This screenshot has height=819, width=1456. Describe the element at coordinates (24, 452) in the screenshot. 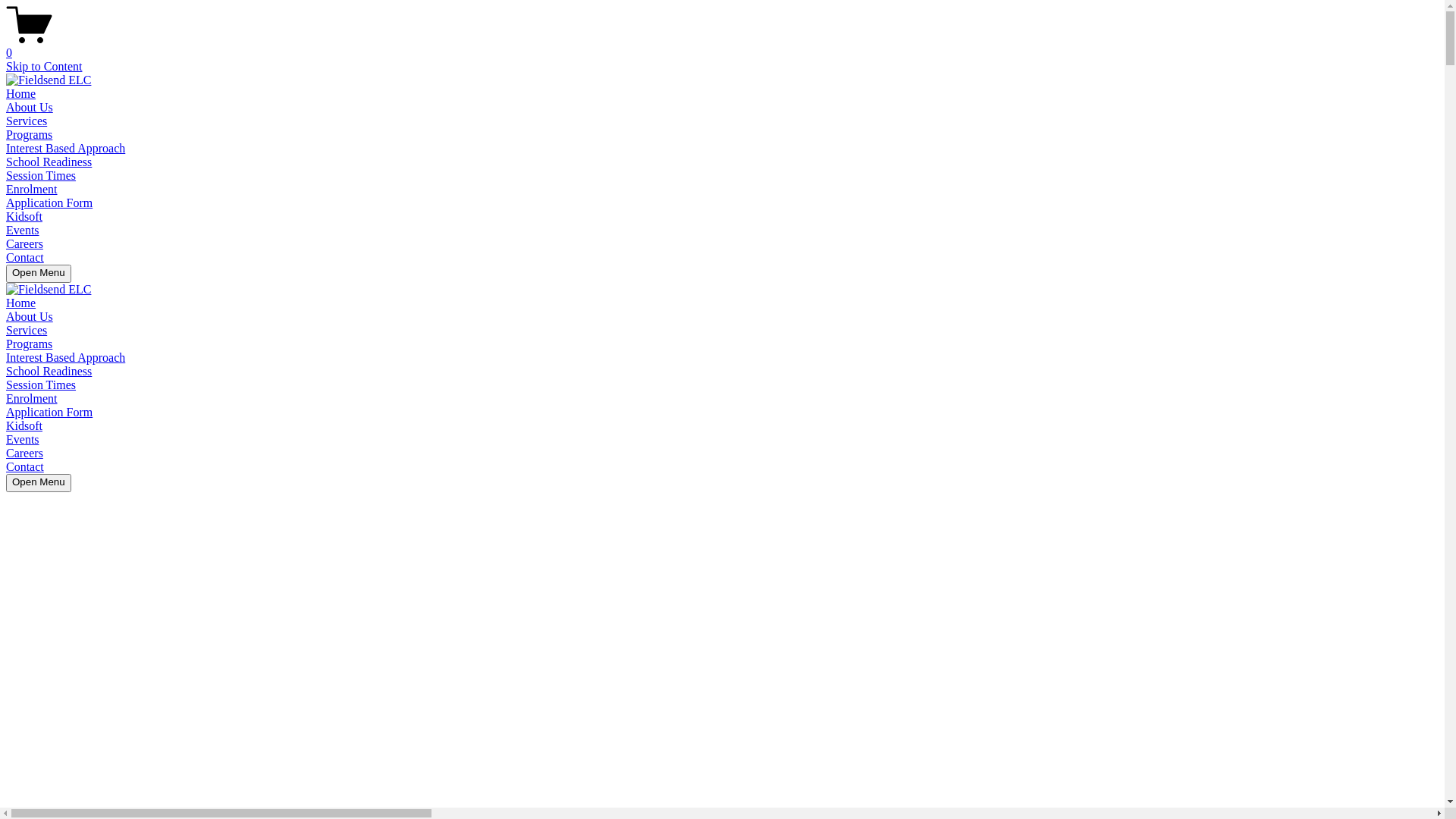

I see `'Careers'` at that location.